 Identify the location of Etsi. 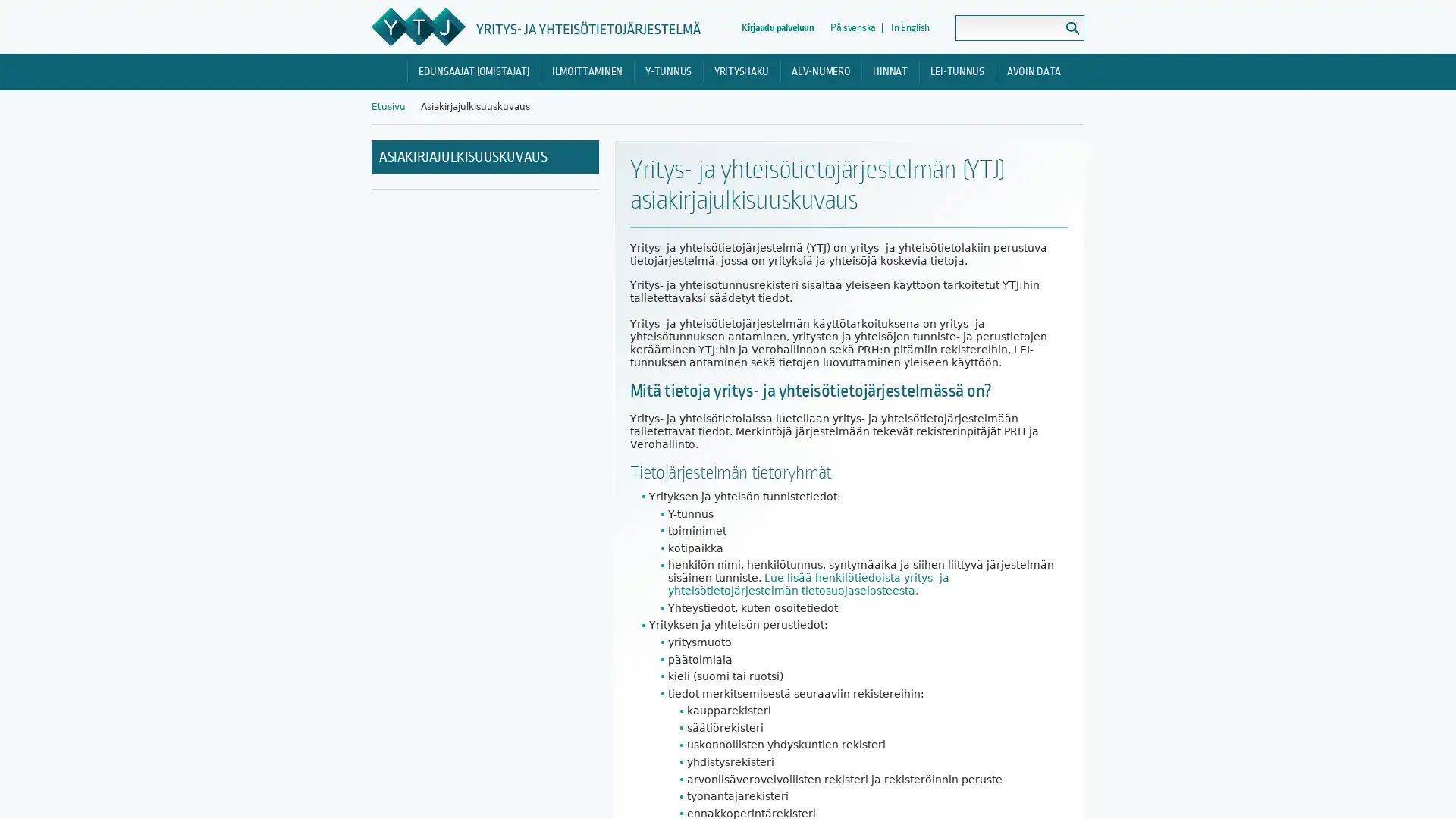
(1072, 28).